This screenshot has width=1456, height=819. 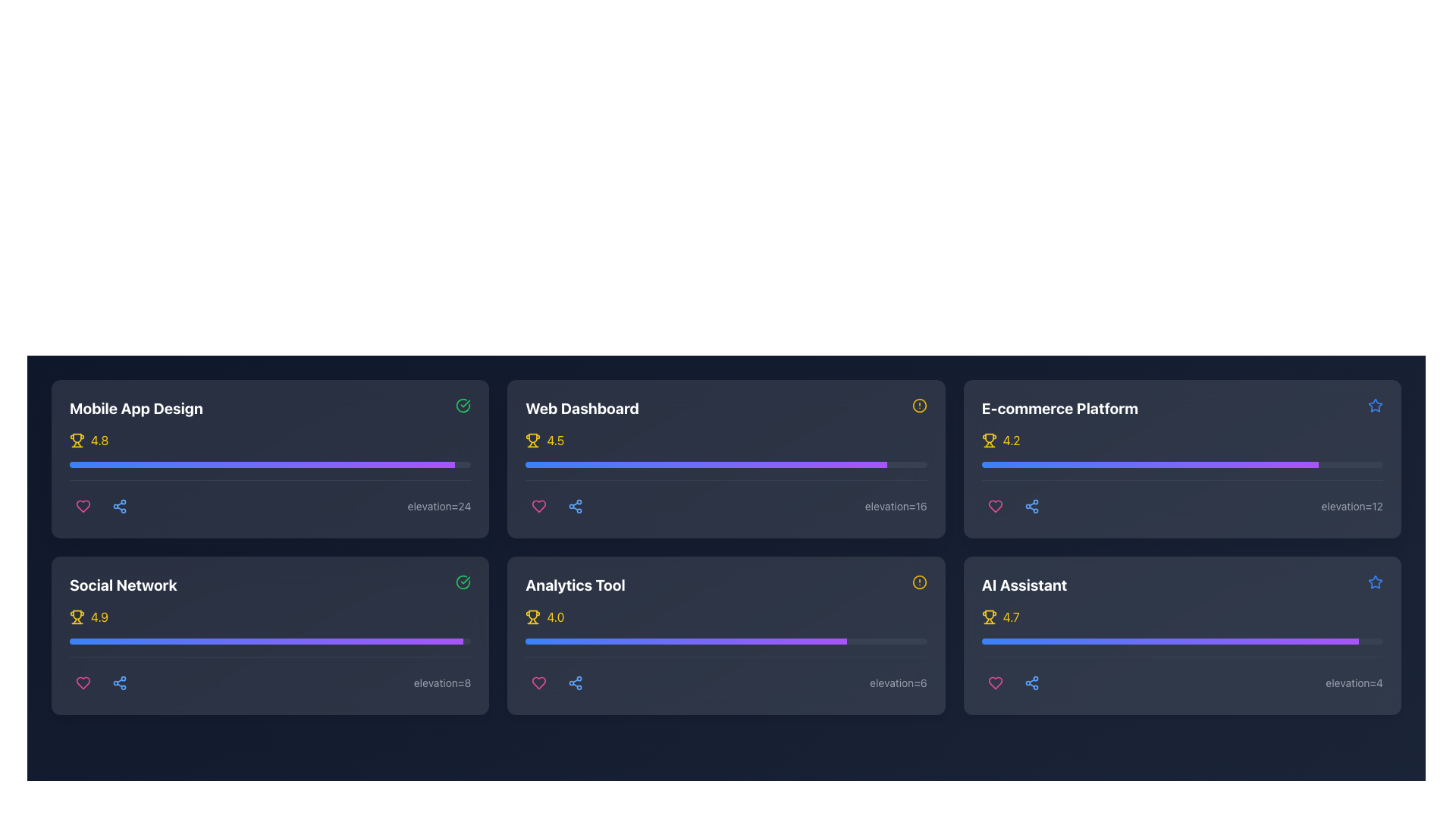 I want to click on the progress bar value, so click(x=1072, y=464).